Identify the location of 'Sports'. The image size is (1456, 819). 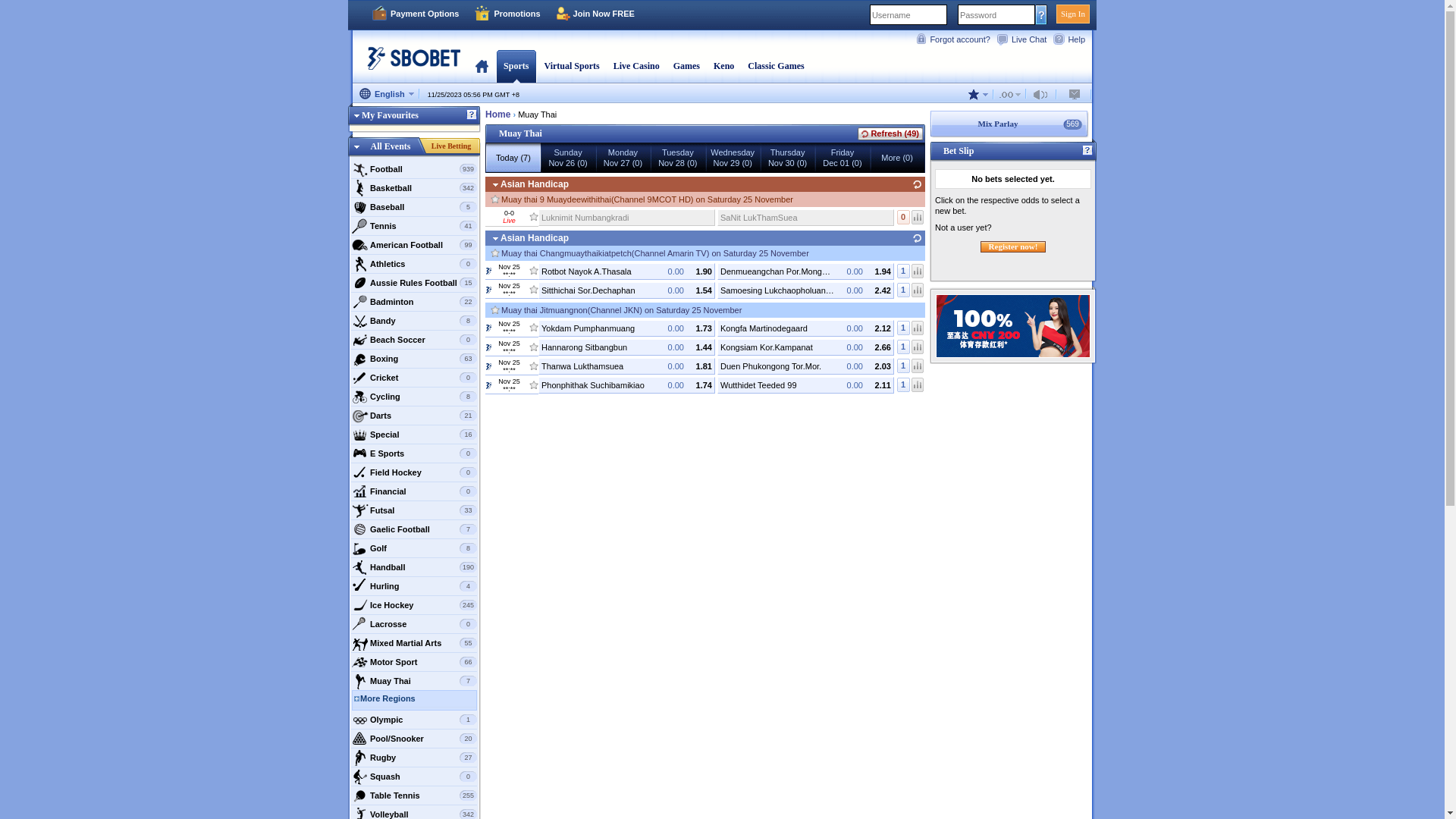
(516, 65).